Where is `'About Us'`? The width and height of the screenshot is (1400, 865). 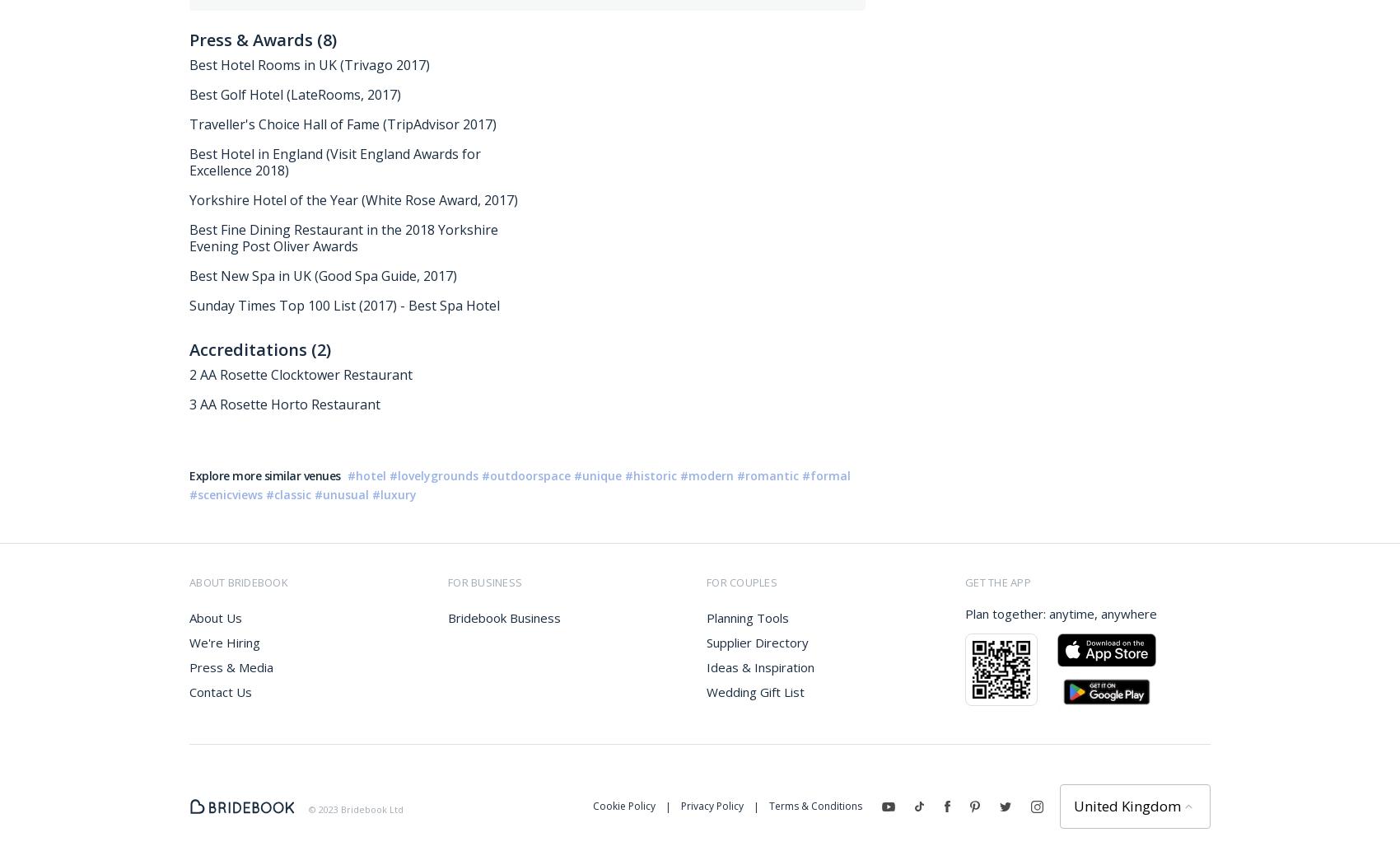 'About Us' is located at coordinates (215, 618).